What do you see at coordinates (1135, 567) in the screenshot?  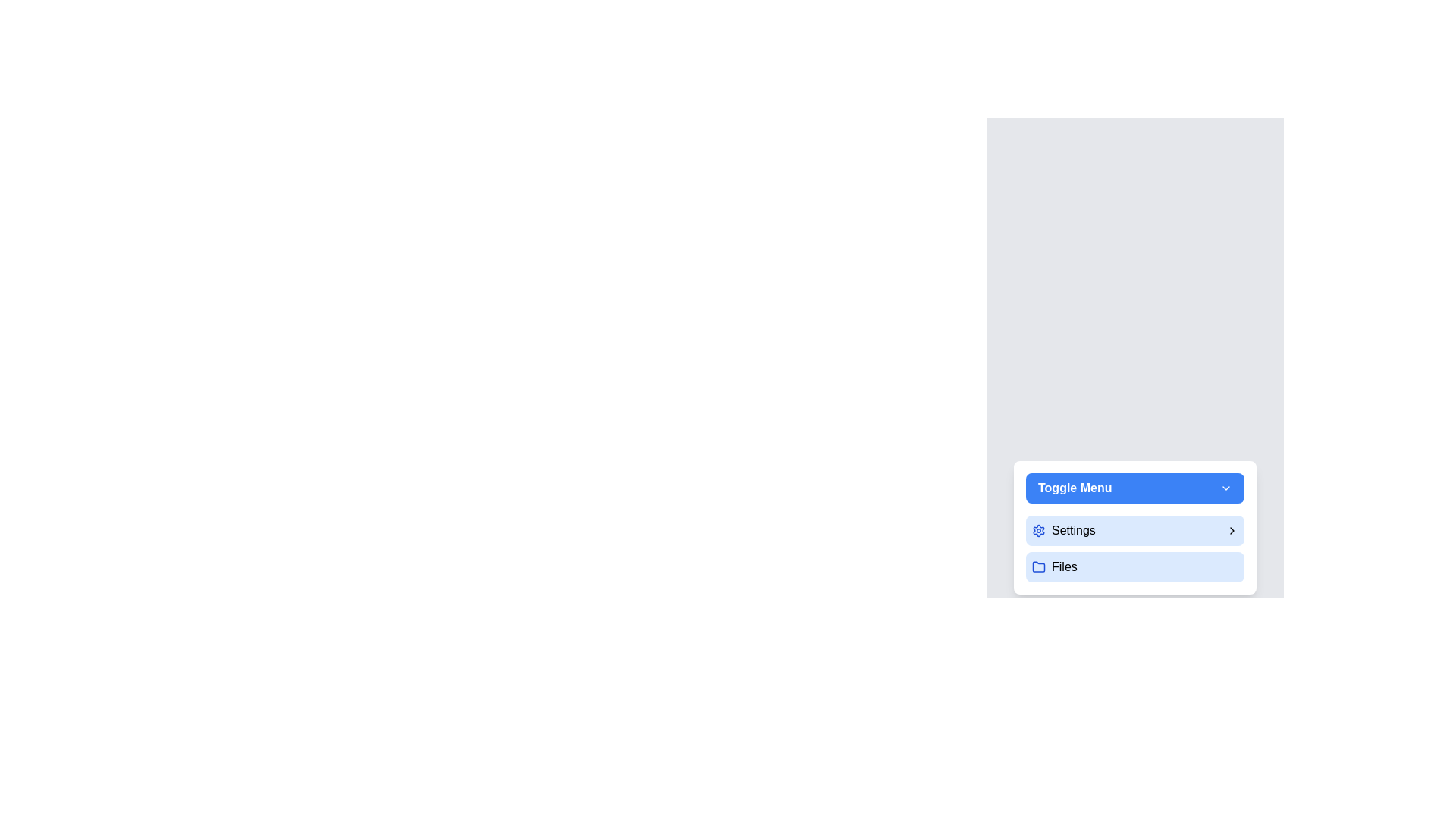 I see `the 'Files' menu item` at bounding box center [1135, 567].